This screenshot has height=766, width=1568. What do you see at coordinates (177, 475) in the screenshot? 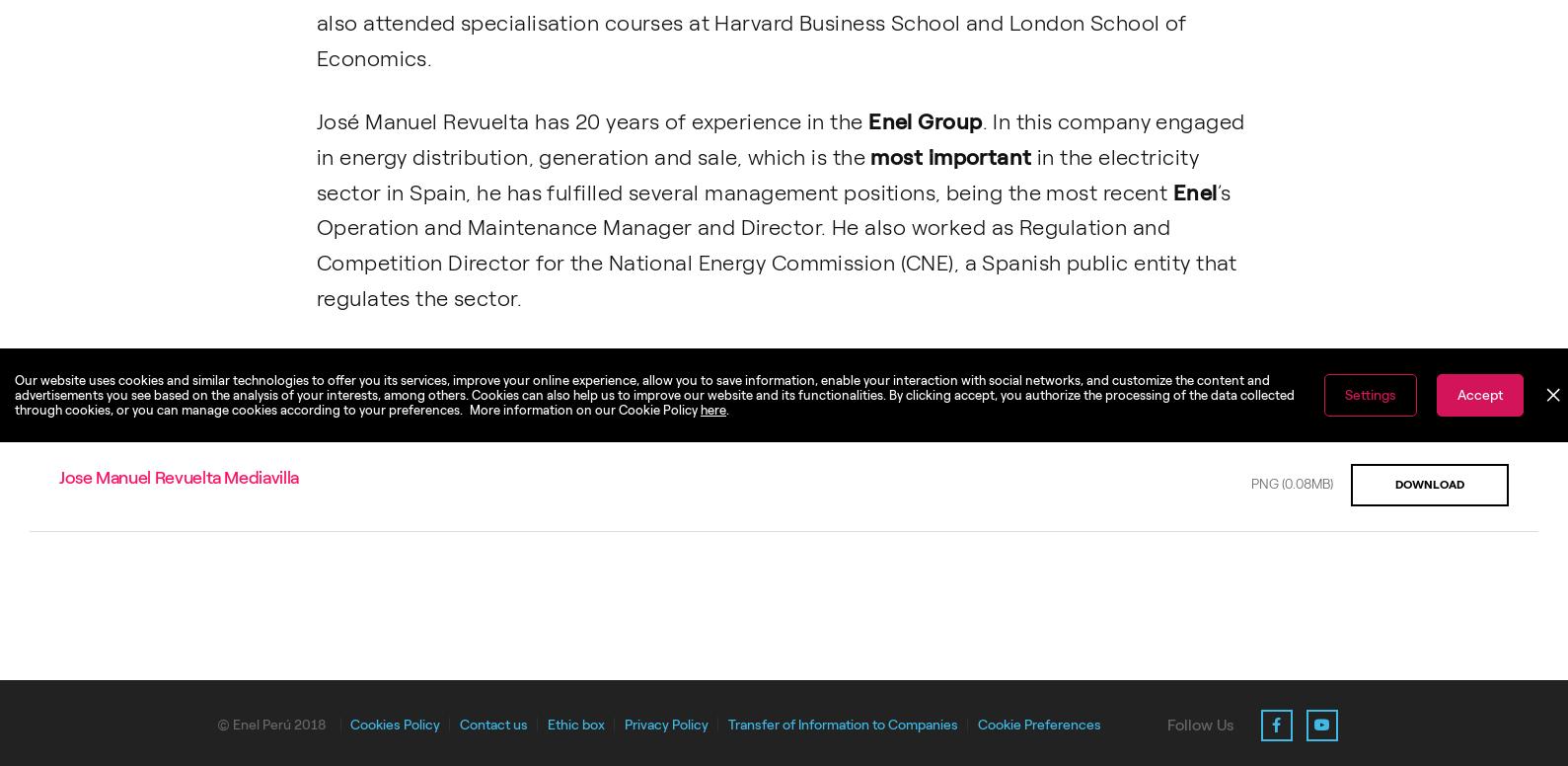
I see `'Jose Manuel Revuelta Mediavilla'` at bounding box center [177, 475].